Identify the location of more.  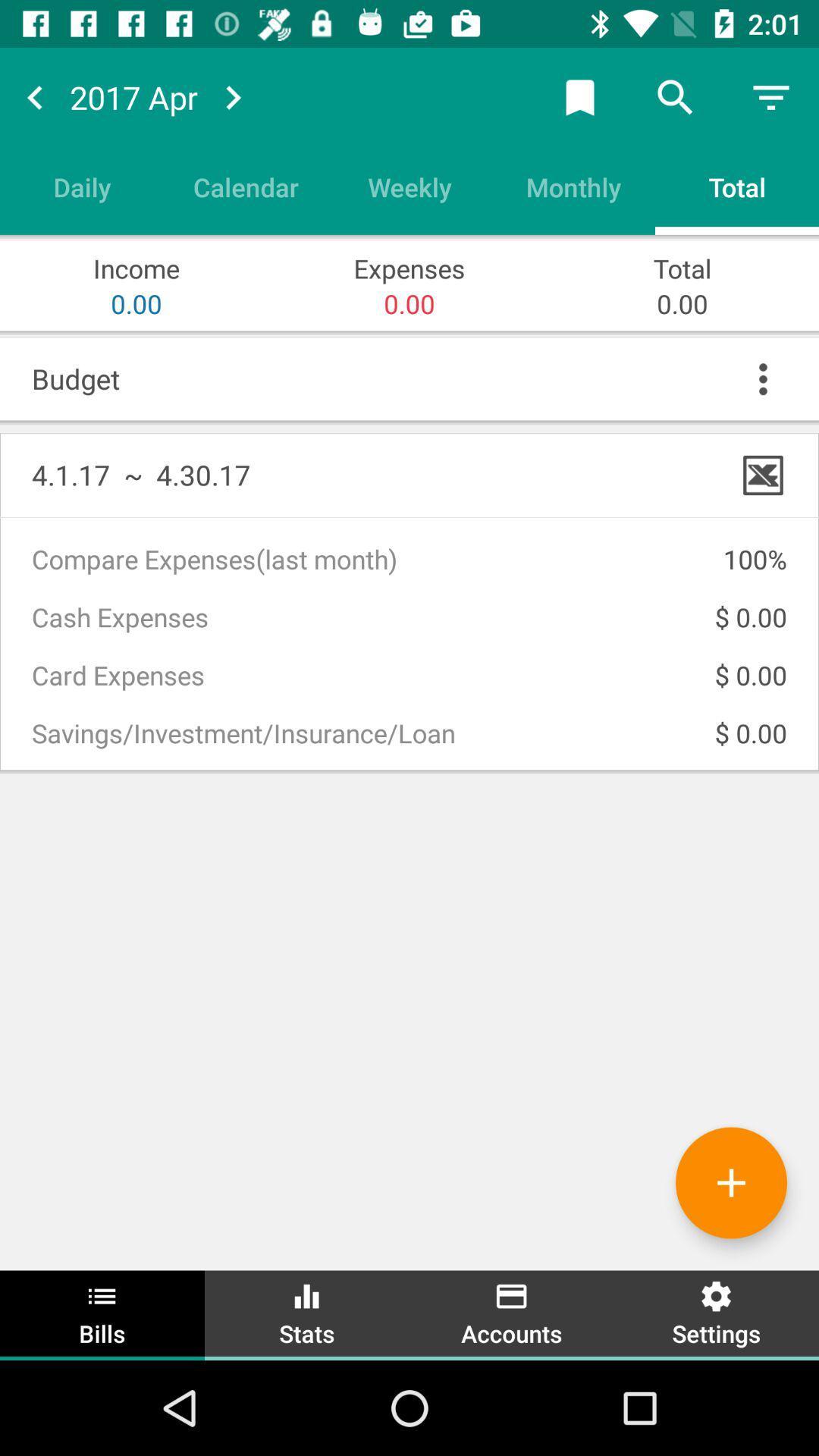
(730, 1182).